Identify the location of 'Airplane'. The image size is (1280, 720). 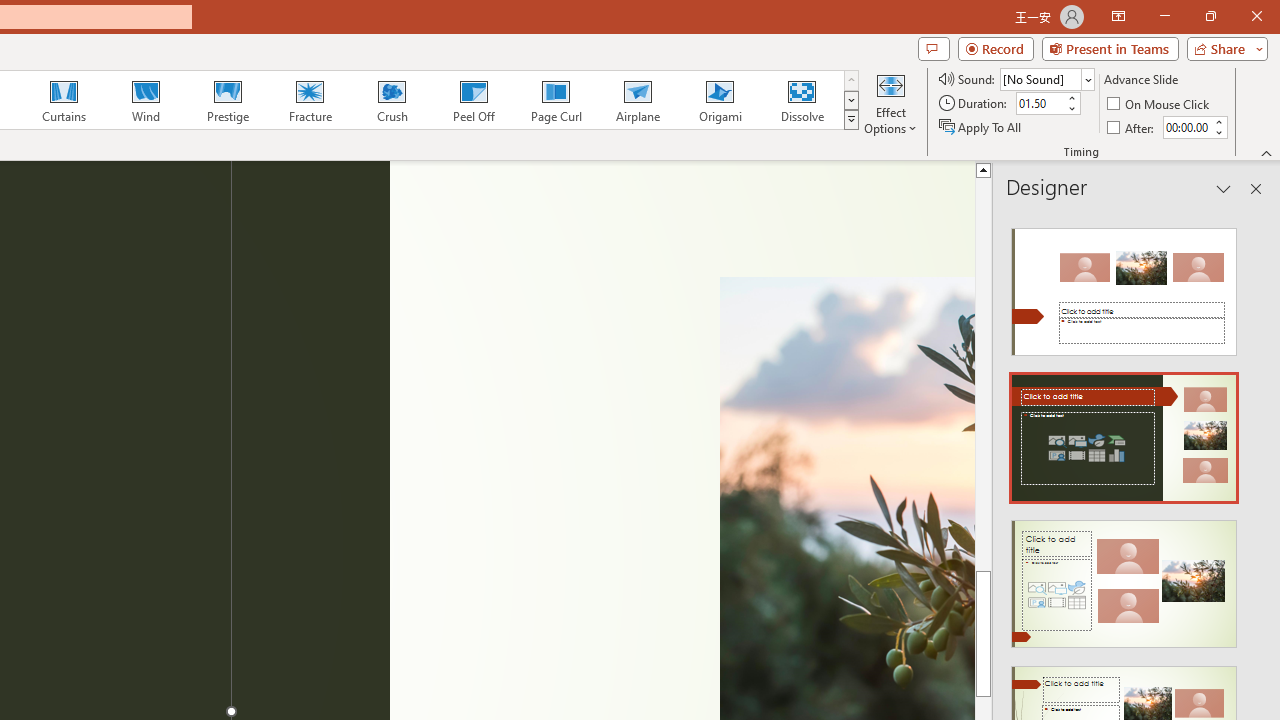
(636, 100).